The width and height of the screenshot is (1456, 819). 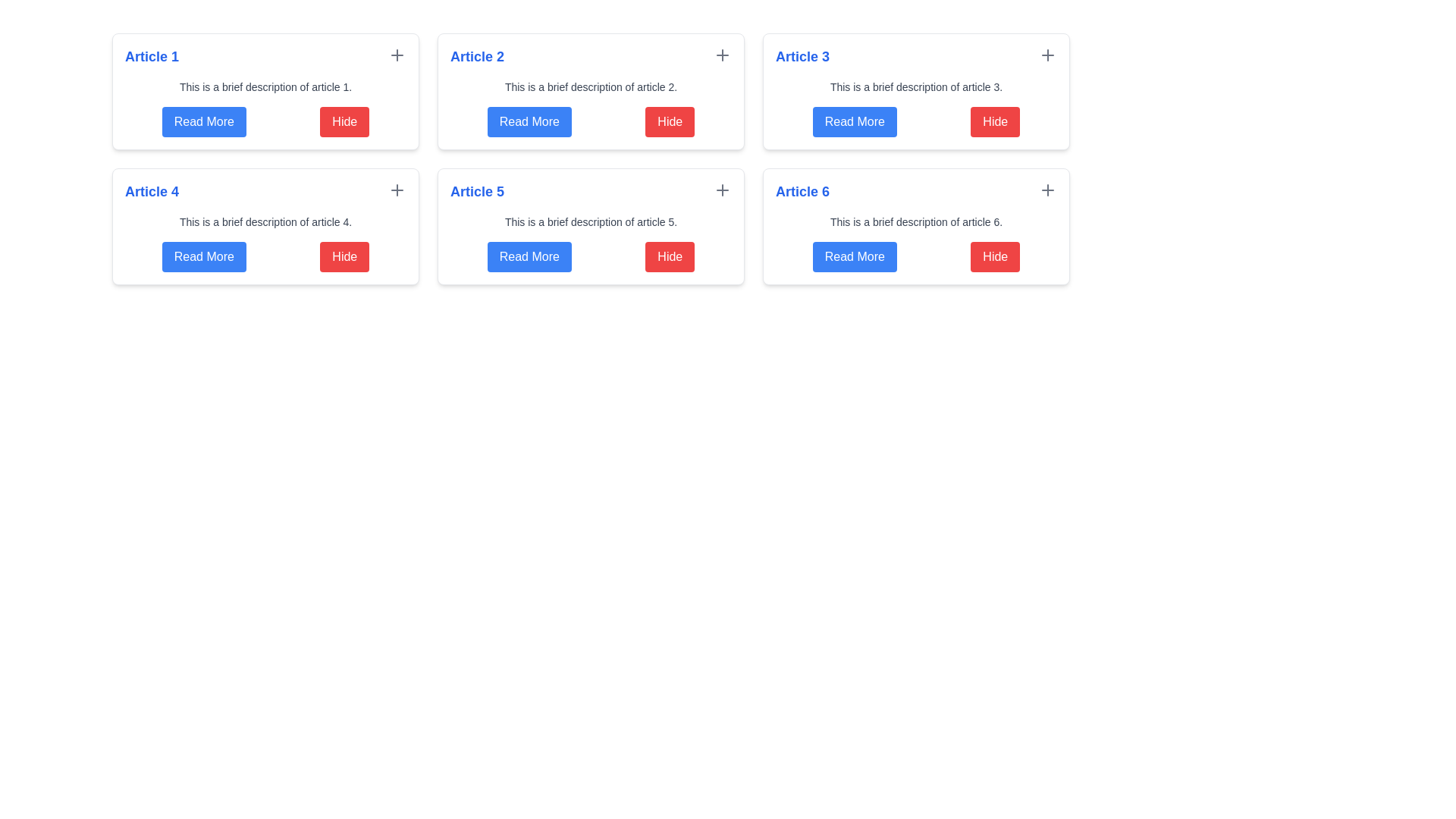 I want to click on the 'add' or 'expand' button located in the top-right corner of the 'Article 4' card, adjacent to the headline 'Article 4', so click(x=397, y=189).